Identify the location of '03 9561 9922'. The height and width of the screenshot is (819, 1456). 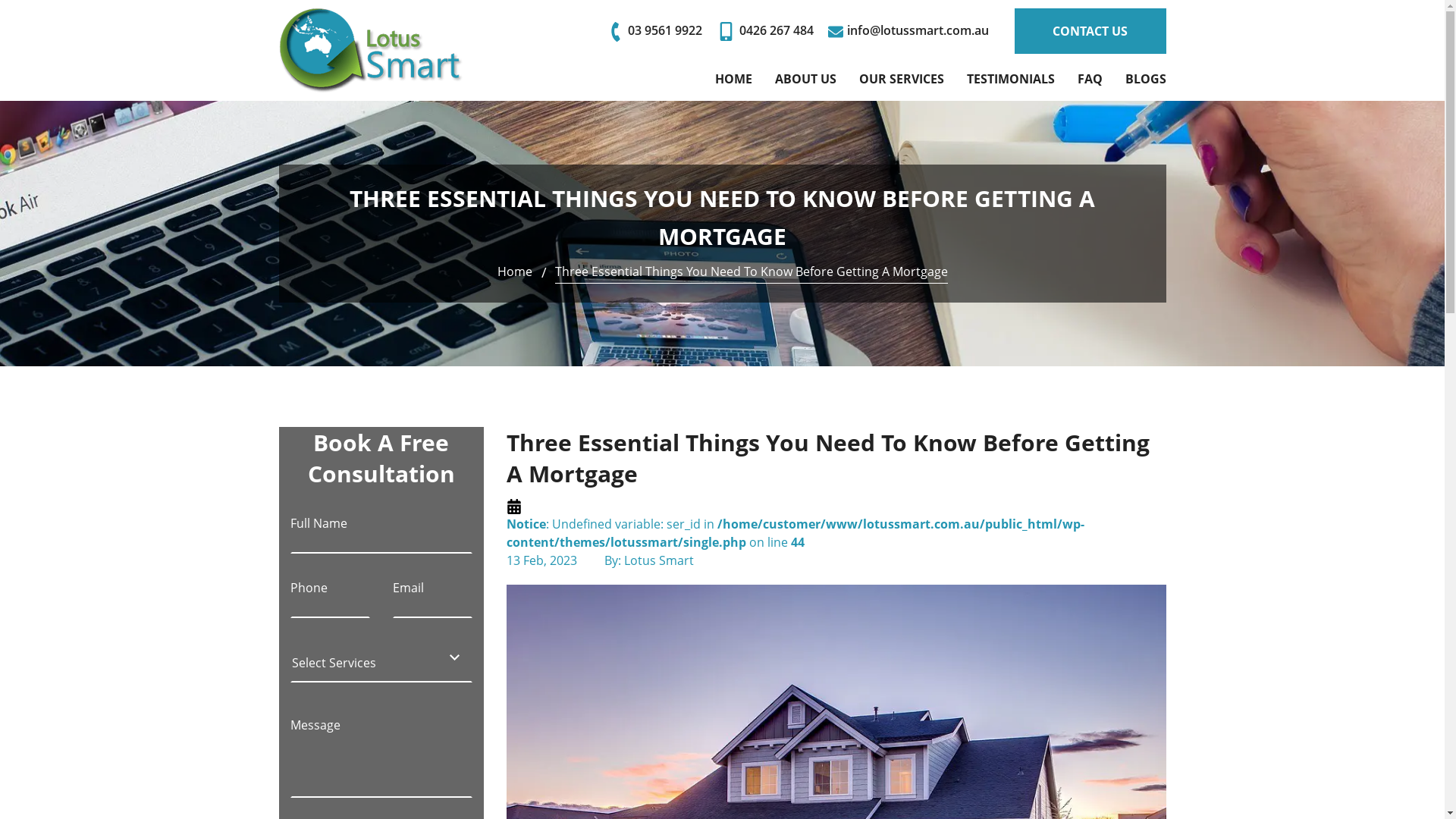
(654, 30).